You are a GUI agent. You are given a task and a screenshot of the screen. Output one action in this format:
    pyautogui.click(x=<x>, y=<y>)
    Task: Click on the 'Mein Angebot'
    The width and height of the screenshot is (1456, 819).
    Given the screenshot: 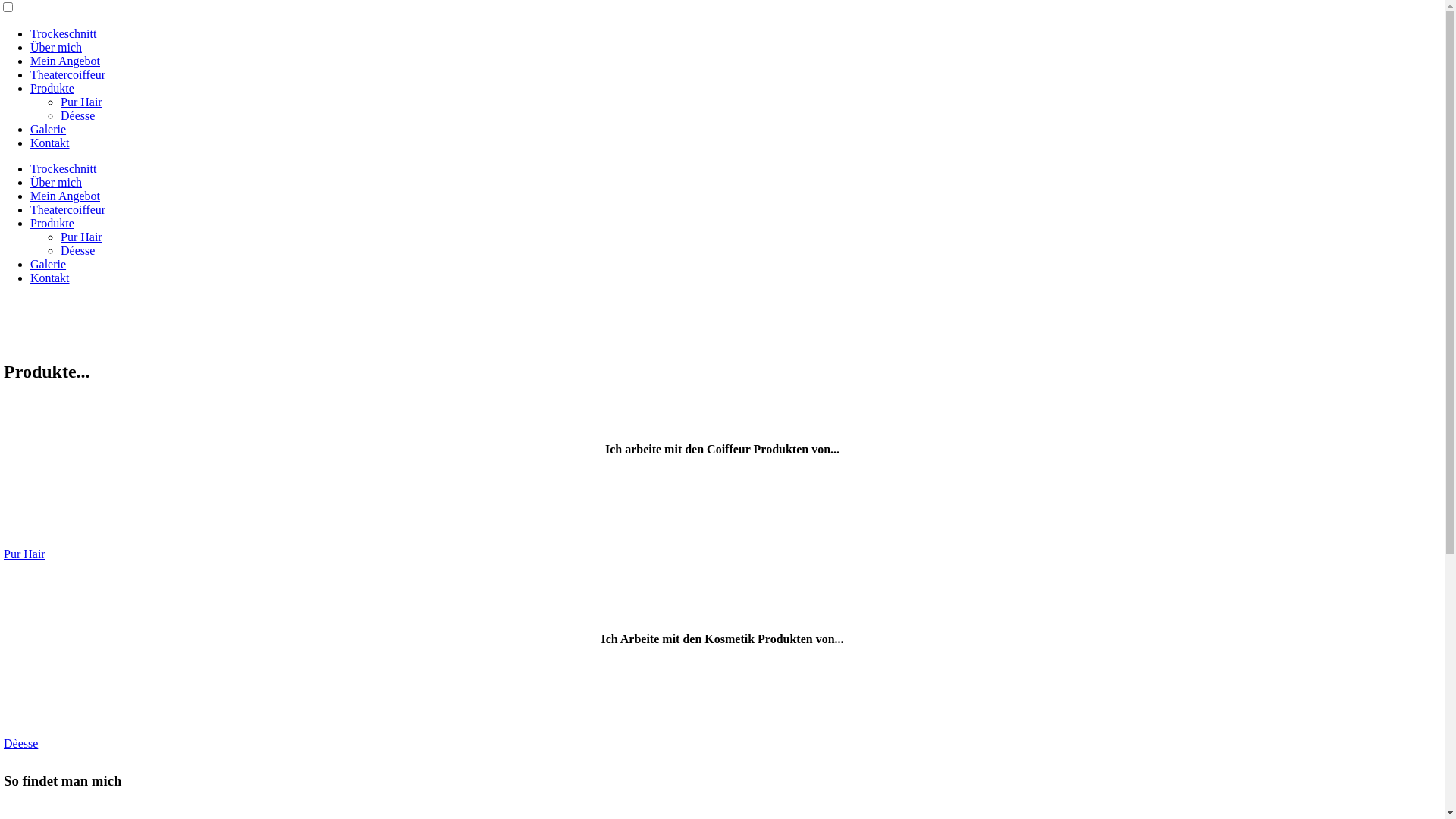 What is the action you would take?
    pyautogui.click(x=64, y=60)
    